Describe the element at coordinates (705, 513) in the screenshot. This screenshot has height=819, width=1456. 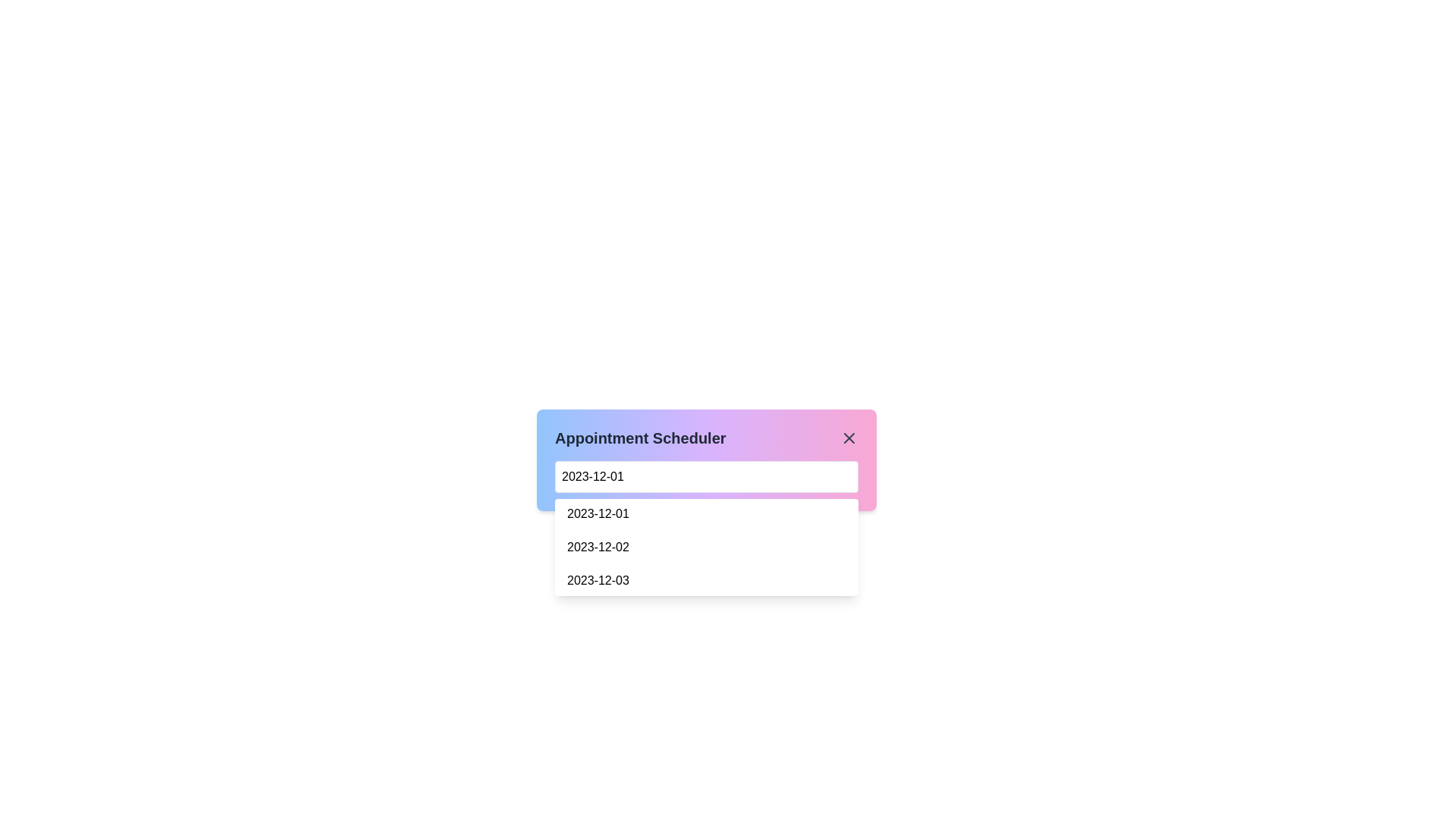
I see `the first interactive date selection option in the dropdown menu labeled 'Appointment Scheduler'` at that location.